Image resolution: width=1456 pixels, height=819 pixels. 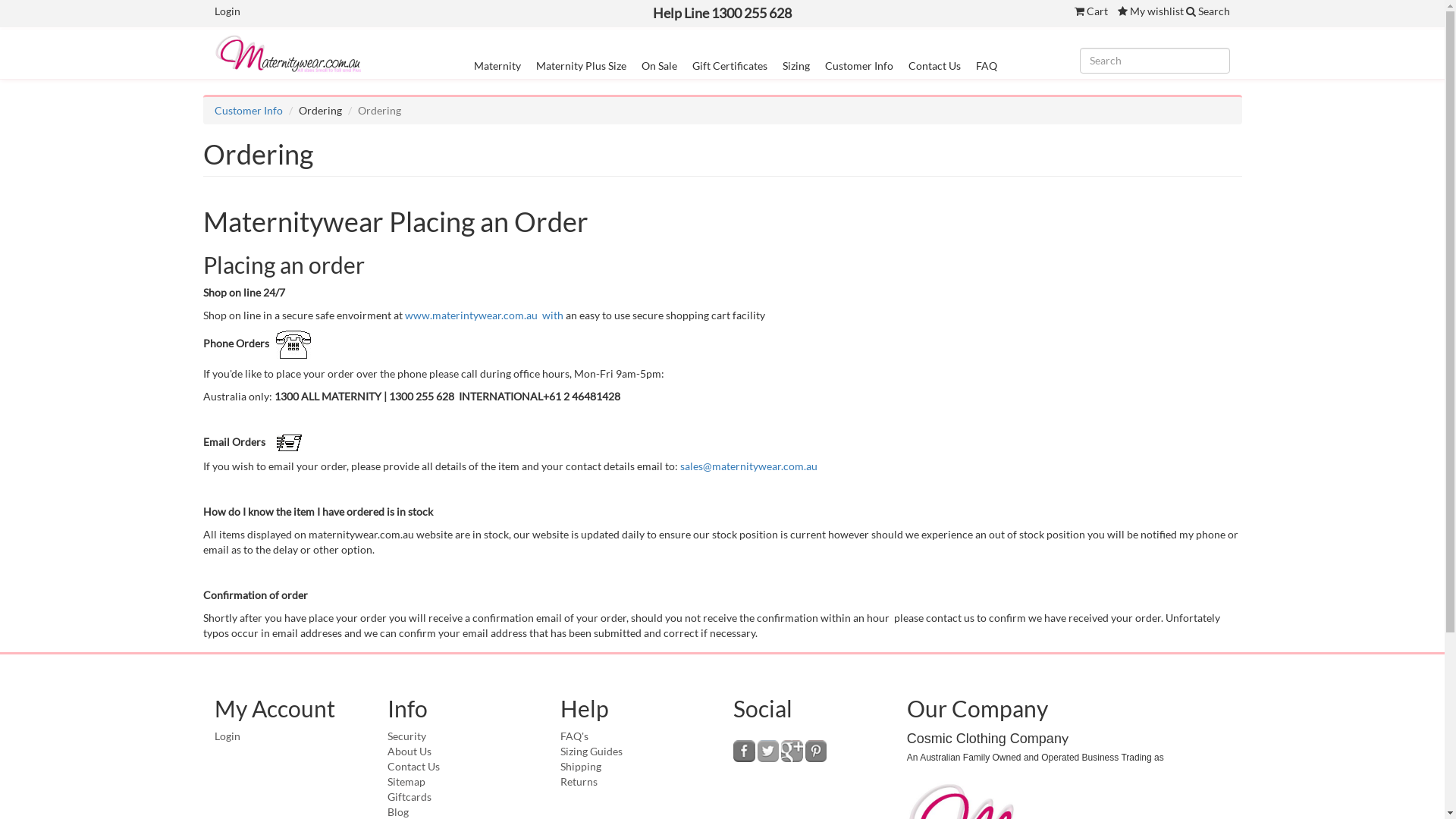 I want to click on 'FAQ's', so click(x=573, y=735).